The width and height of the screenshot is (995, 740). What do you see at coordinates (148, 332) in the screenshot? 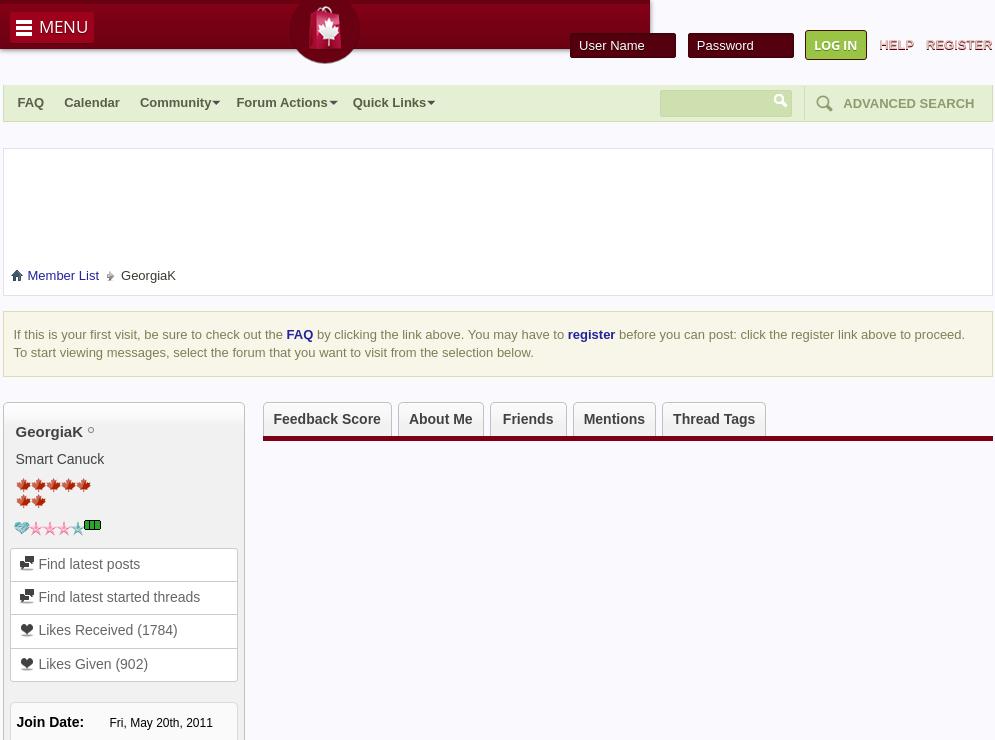
I see `'If this is your first visit, be sure to		check out the'` at bounding box center [148, 332].